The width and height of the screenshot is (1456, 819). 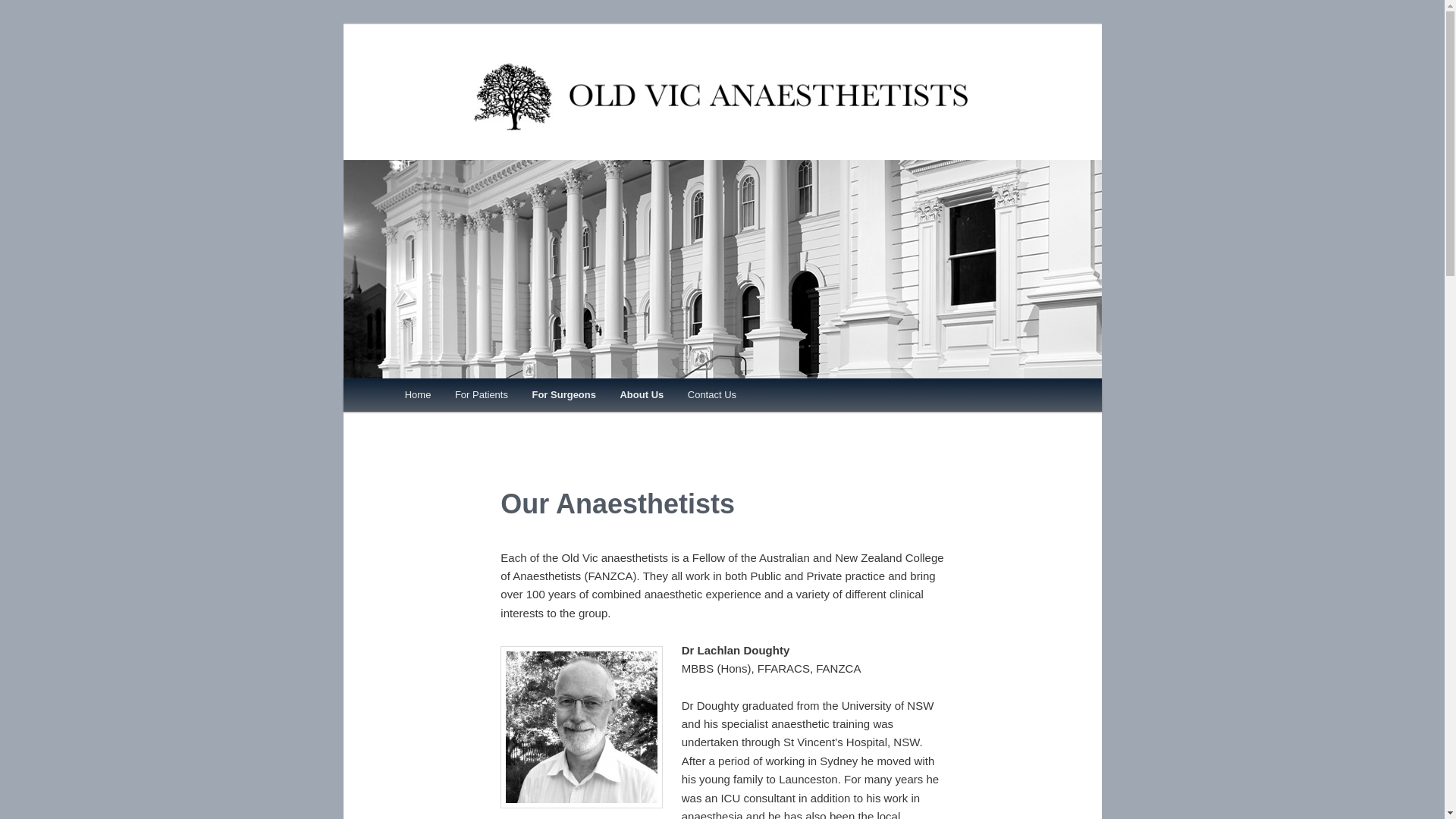 I want to click on 'Skip to primary content', so click(x=472, y=397).